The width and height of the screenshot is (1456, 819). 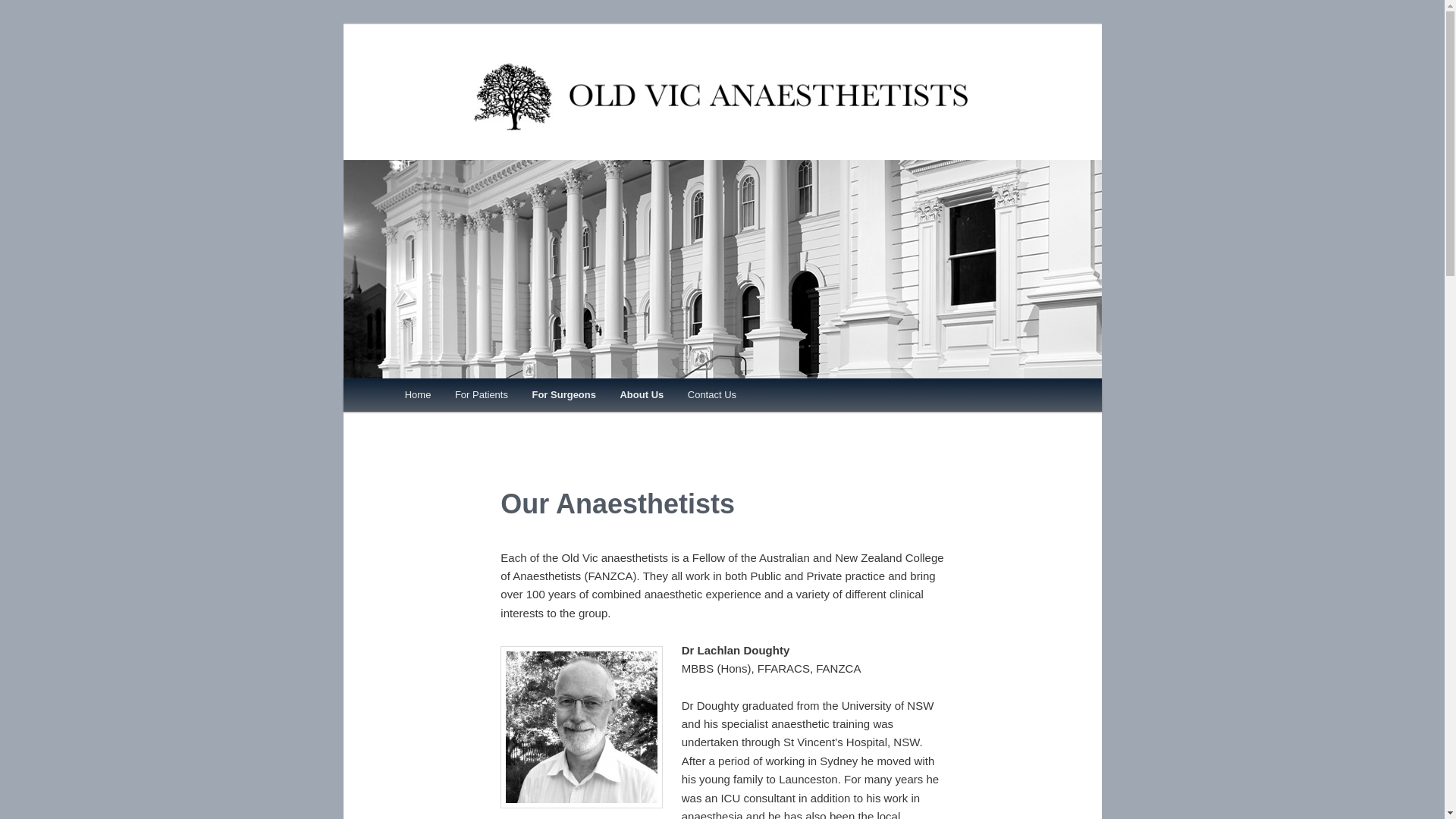 I want to click on 'Skip to primary content', so click(x=472, y=397).